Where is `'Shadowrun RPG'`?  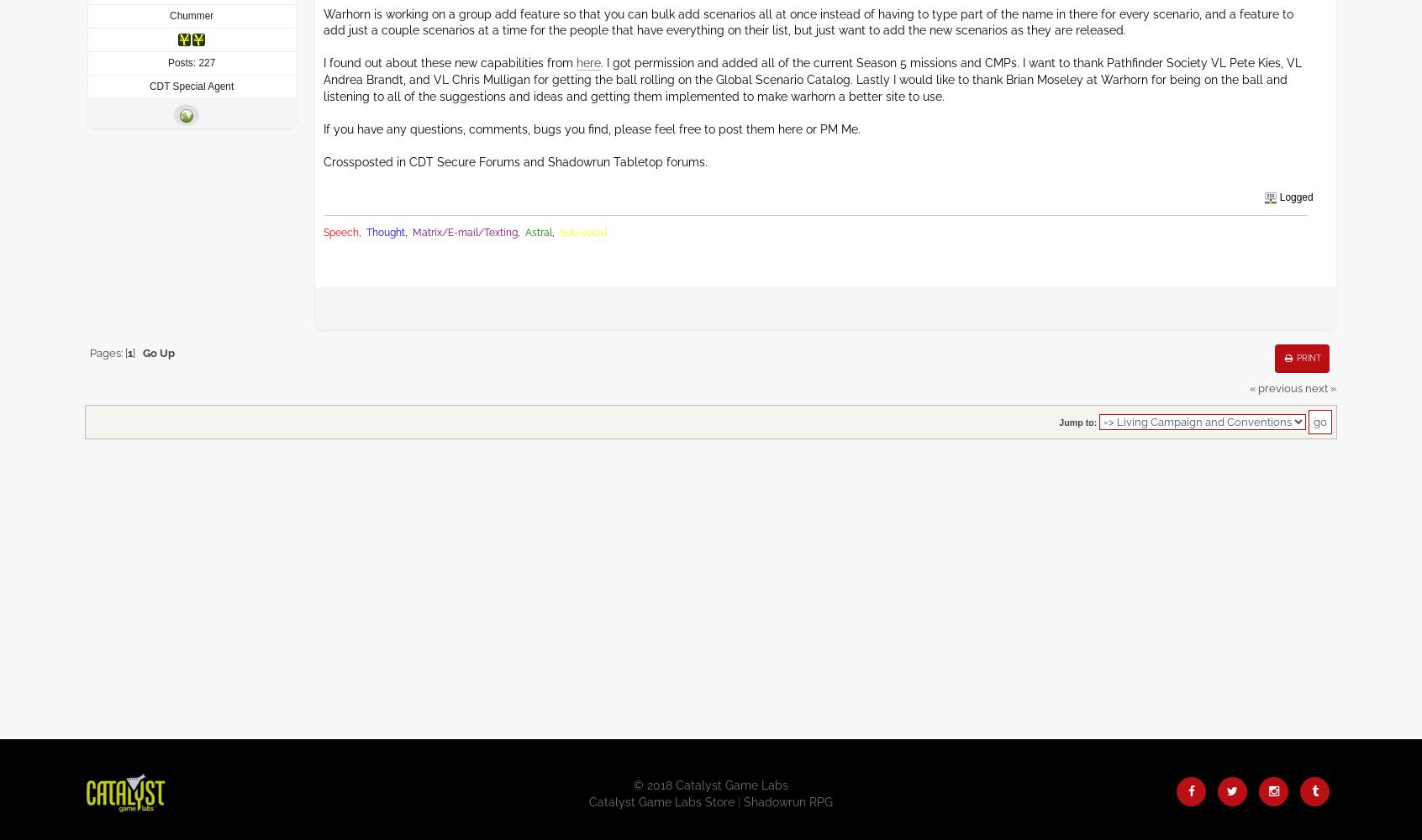
'Shadowrun RPG' is located at coordinates (742, 801).